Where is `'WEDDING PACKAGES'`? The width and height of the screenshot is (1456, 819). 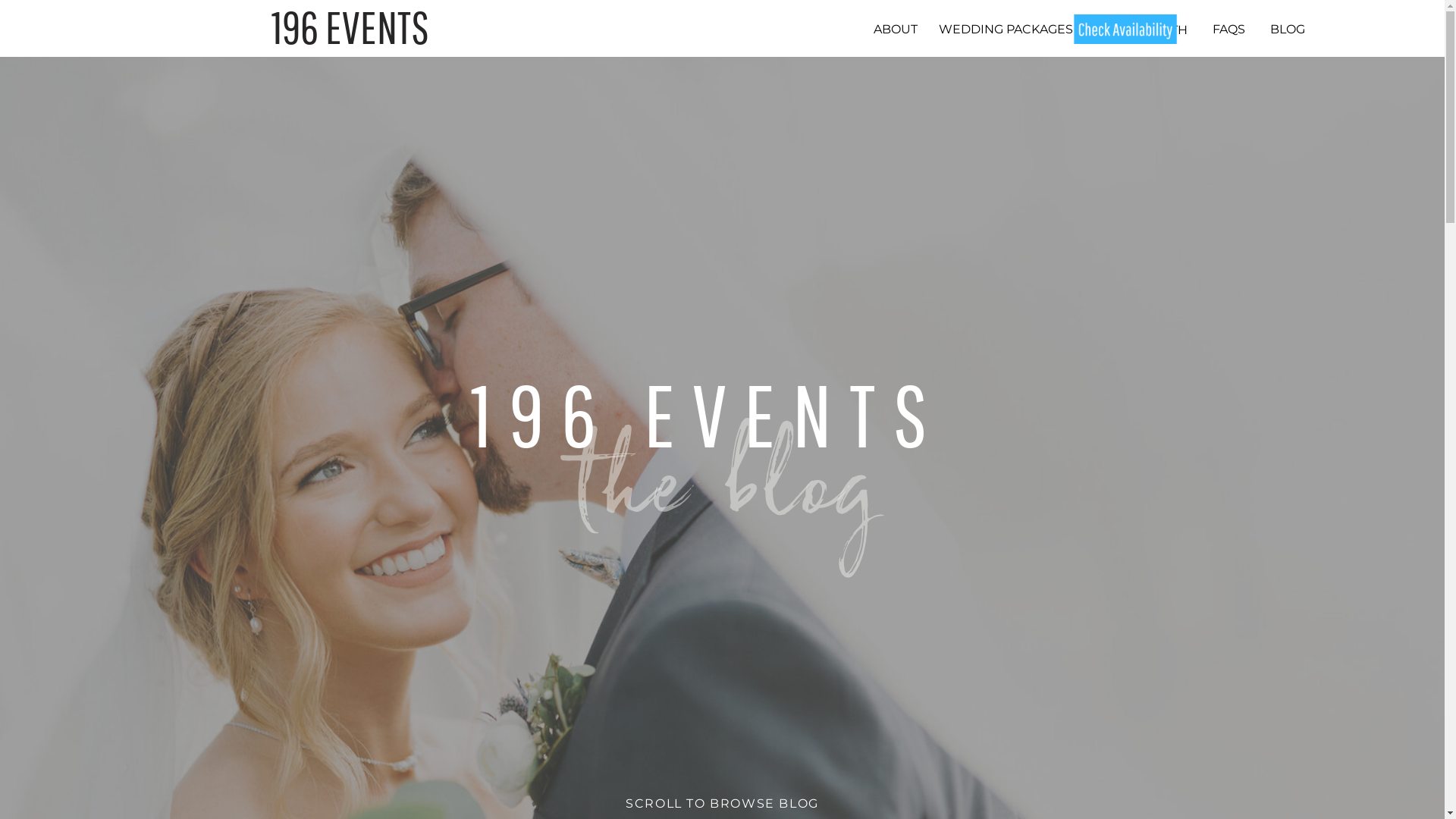
'WEDDING PACKAGES' is located at coordinates (1006, 29).